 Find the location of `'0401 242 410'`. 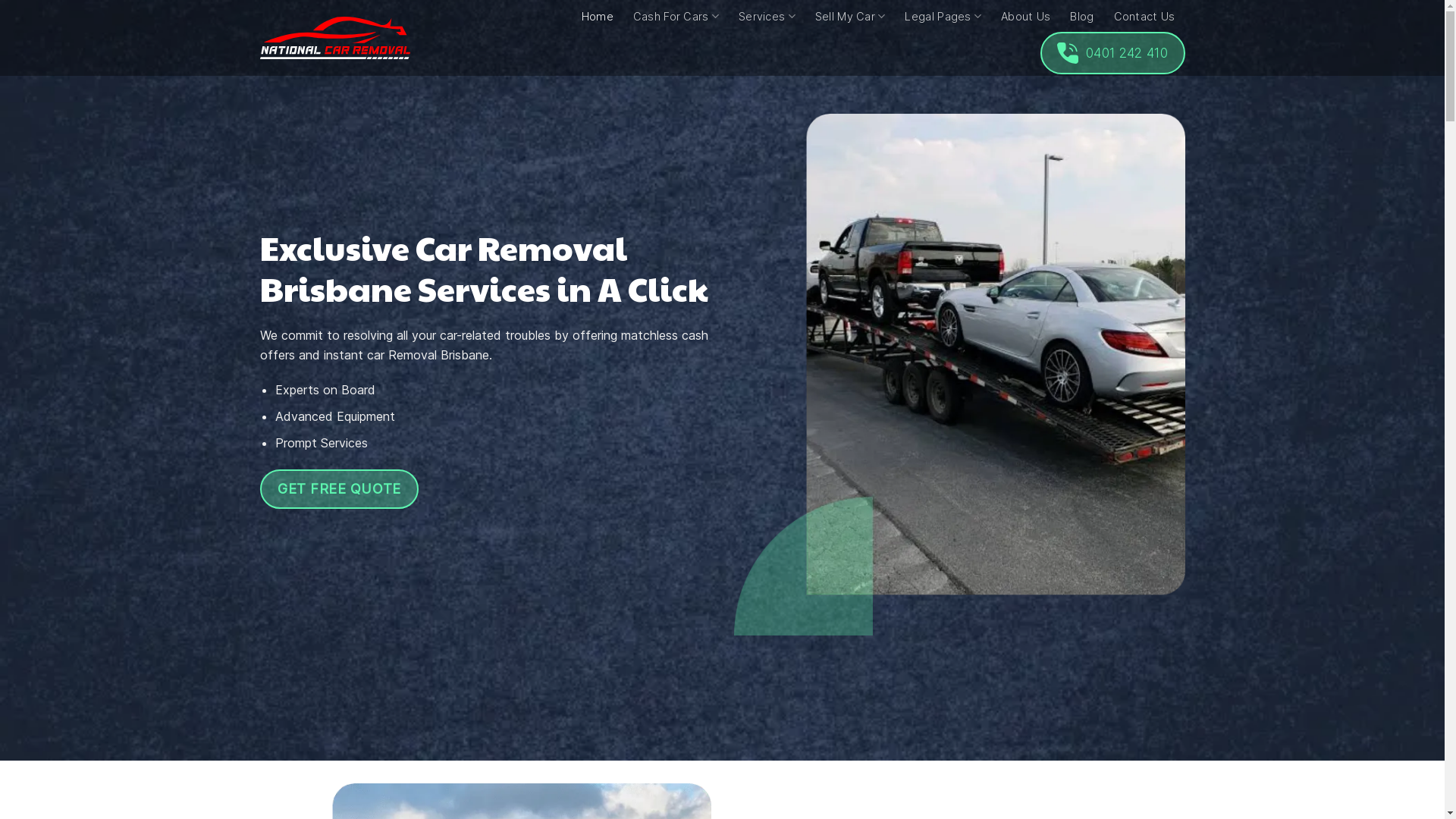

'0401 242 410' is located at coordinates (1112, 52).